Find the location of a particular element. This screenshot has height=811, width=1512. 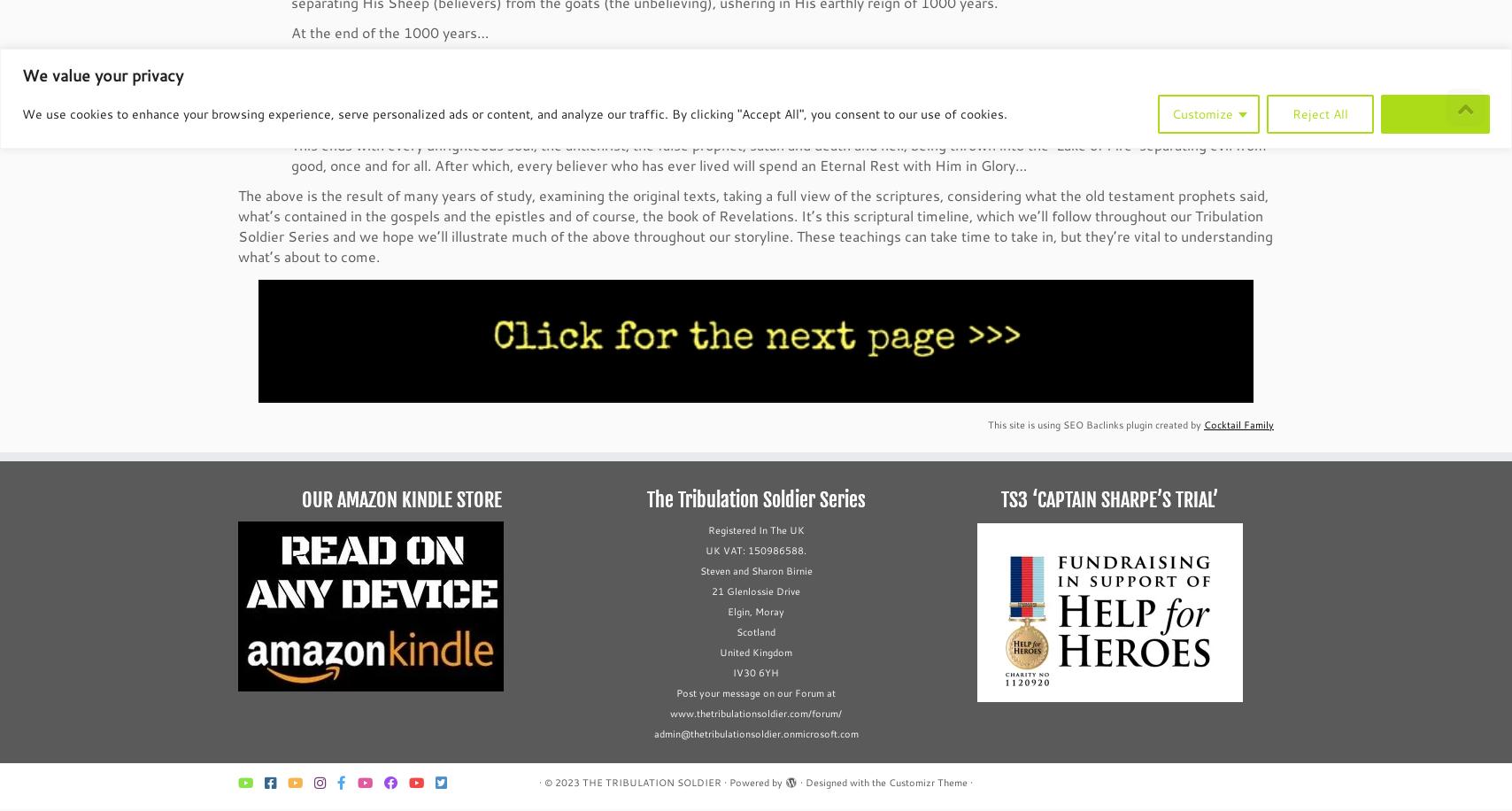

'Reject All' is located at coordinates (1292, 112).